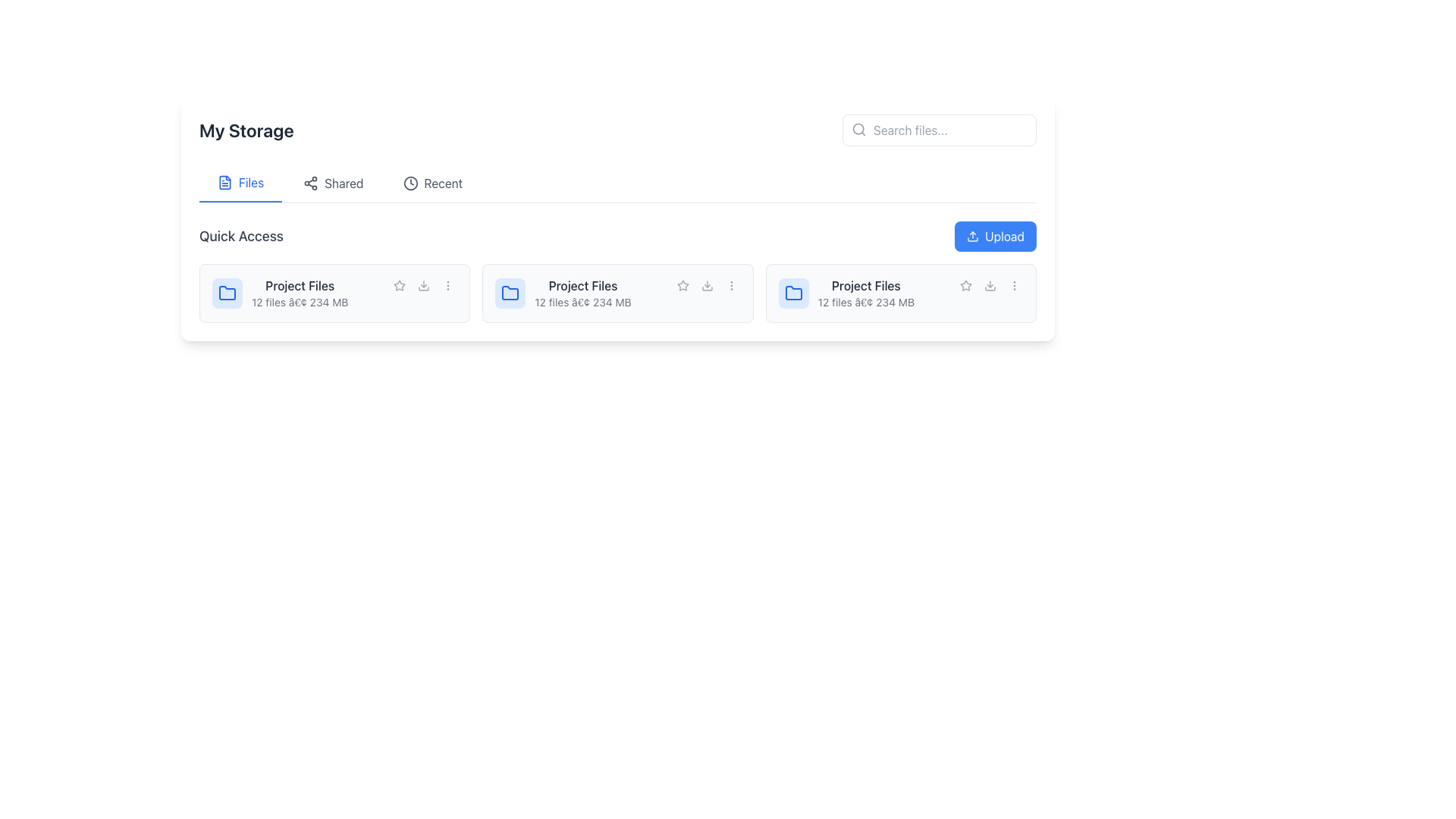  What do you see at coordinates (224, 181) in the screenshot?
I see `the small blue document icon located to the left of the 'Files' text in the 'Files' tab section` at bounding box center [224, 181].